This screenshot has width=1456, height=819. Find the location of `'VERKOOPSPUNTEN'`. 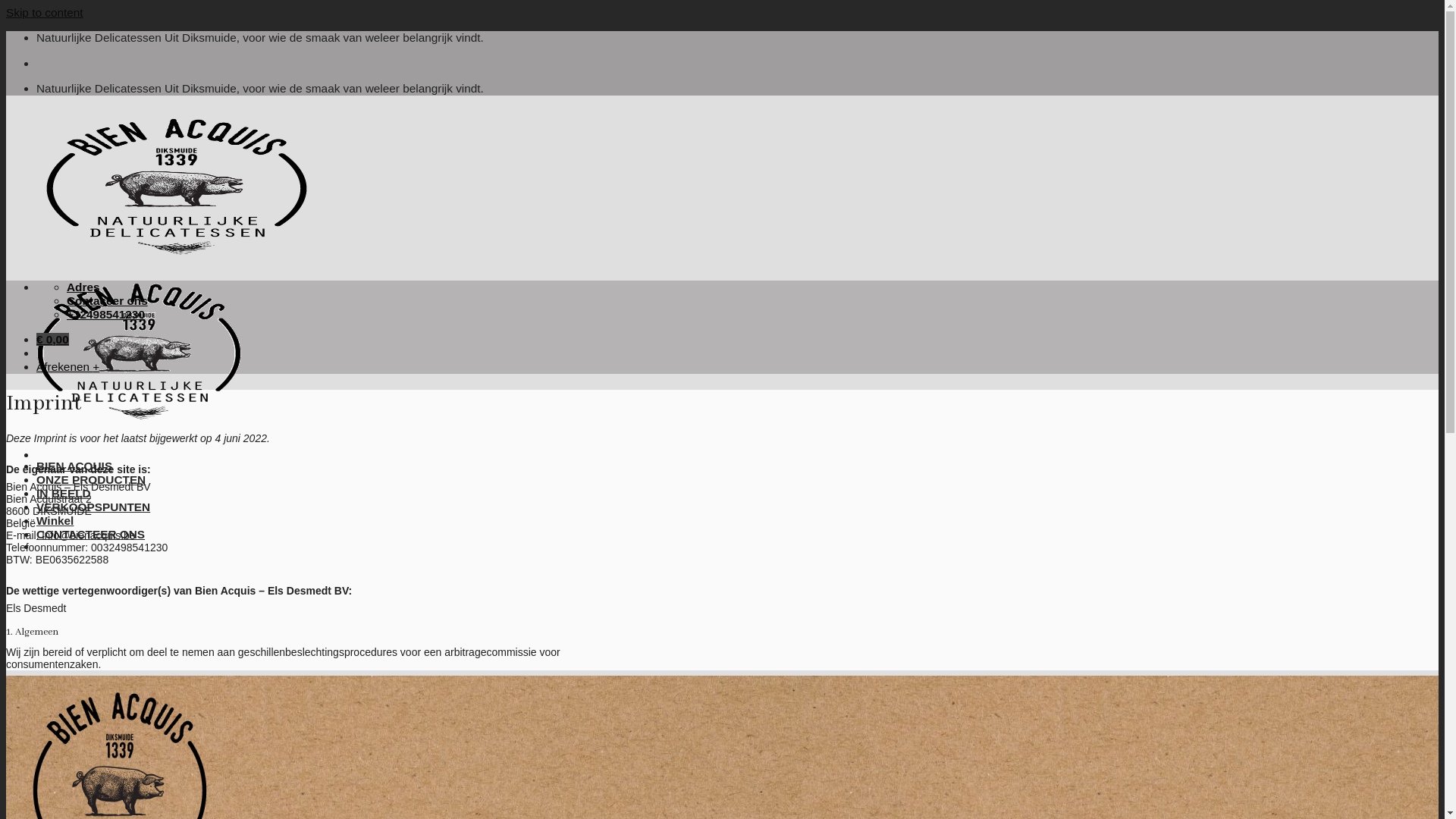

'VERKOOPSPUNTEN' is located at coordinates (93, 507).